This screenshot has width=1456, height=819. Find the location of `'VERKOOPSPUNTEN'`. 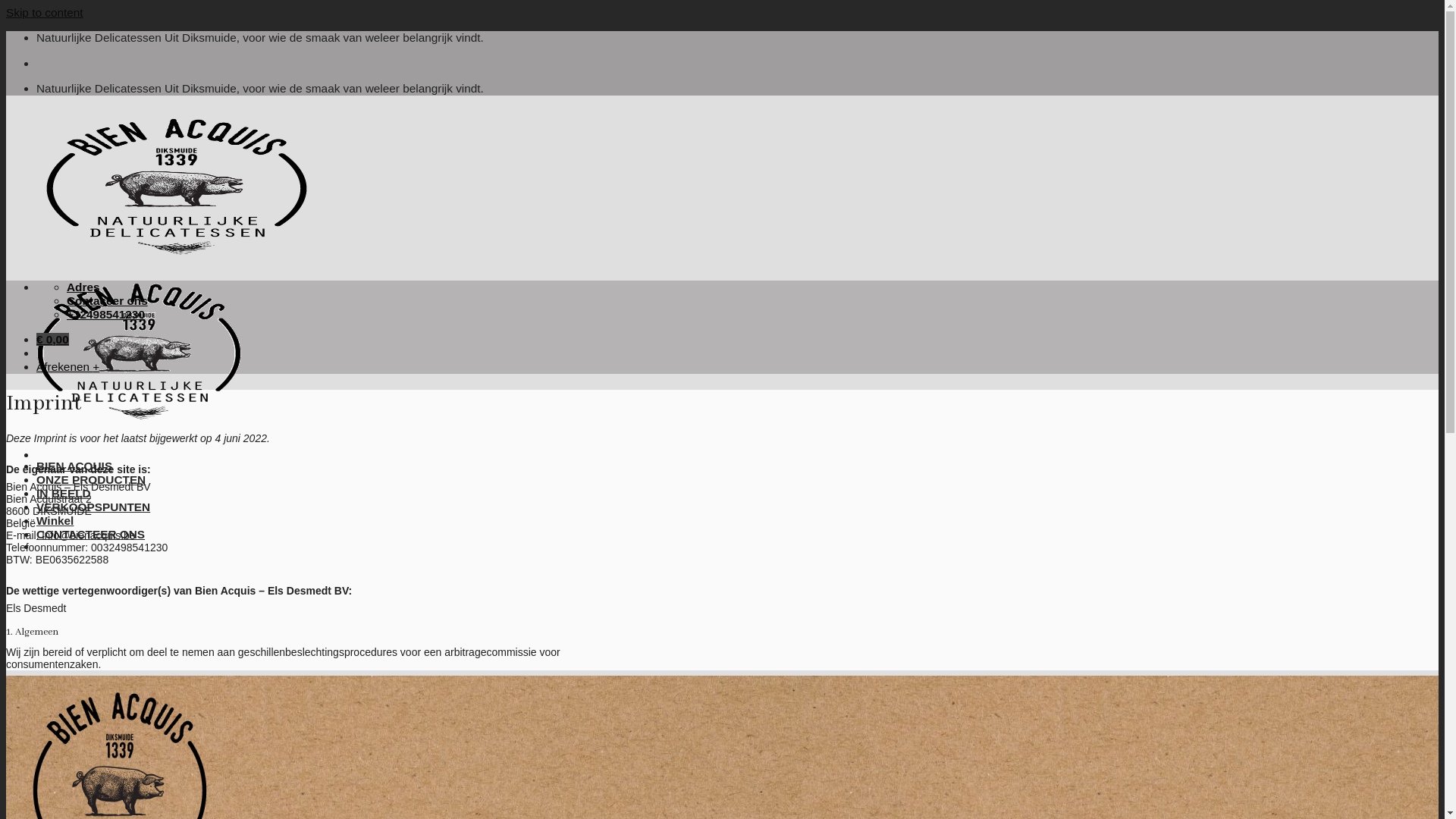

'VERKOOPSPUNTEN' is located at coordinates (93, 507).